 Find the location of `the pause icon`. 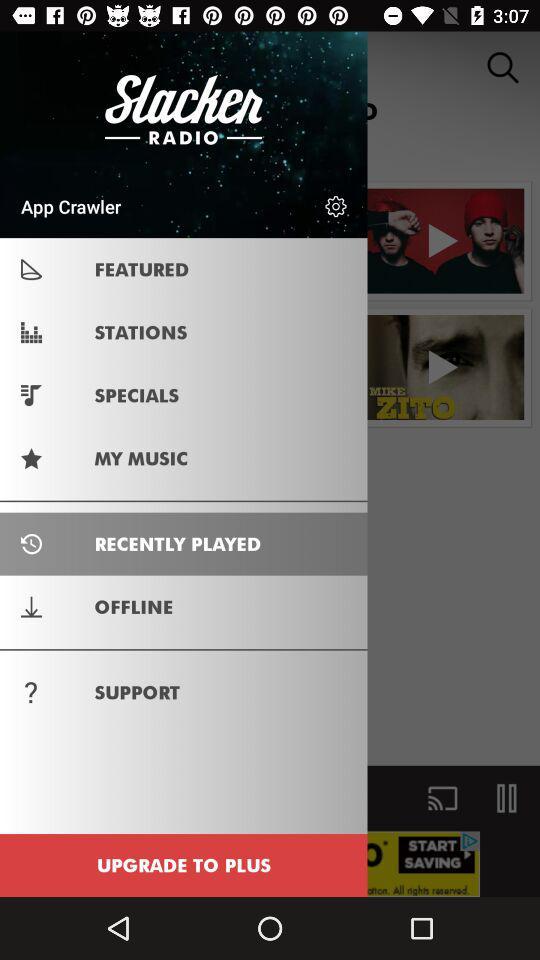

the pause icon is located at coordinates (507, 798).